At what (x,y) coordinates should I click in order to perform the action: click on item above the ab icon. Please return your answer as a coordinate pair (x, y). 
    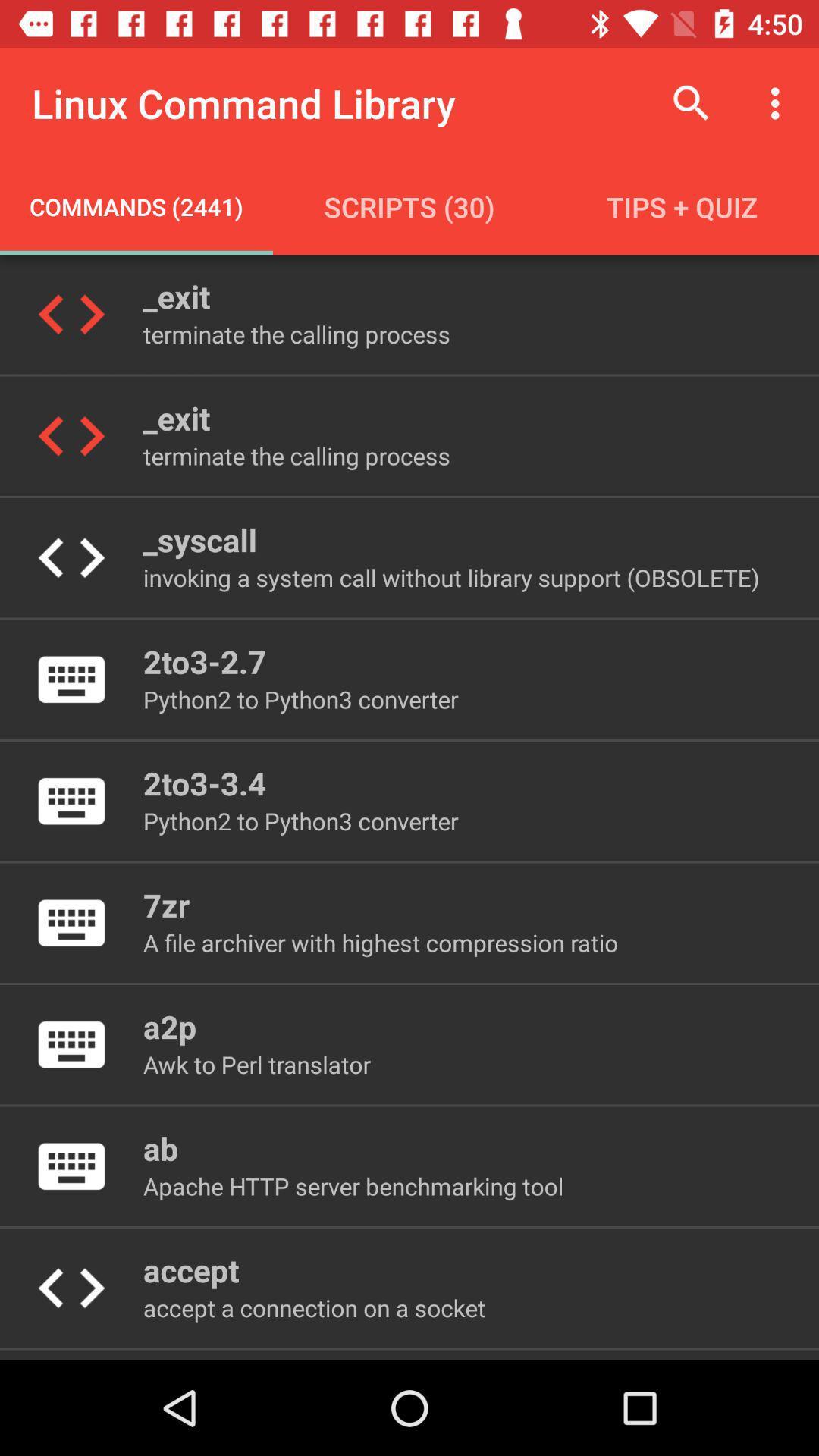
    Looking at the image, I should click on (256, 1063).